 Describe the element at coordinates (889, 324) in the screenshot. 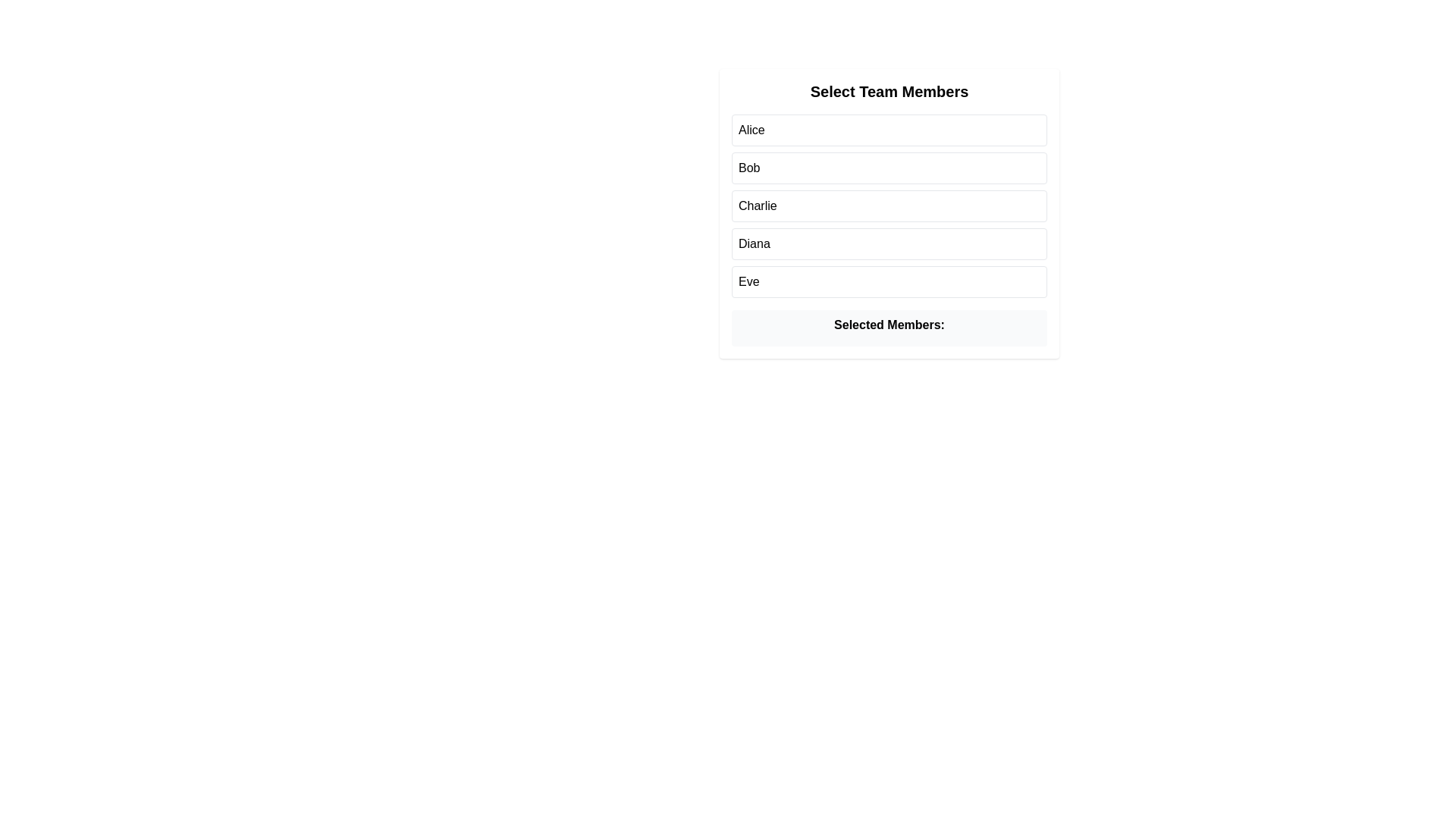

I see `the Text Label indicating 'Selected Members', located directly below the last selectable member labeled 'Eve'` at that location.